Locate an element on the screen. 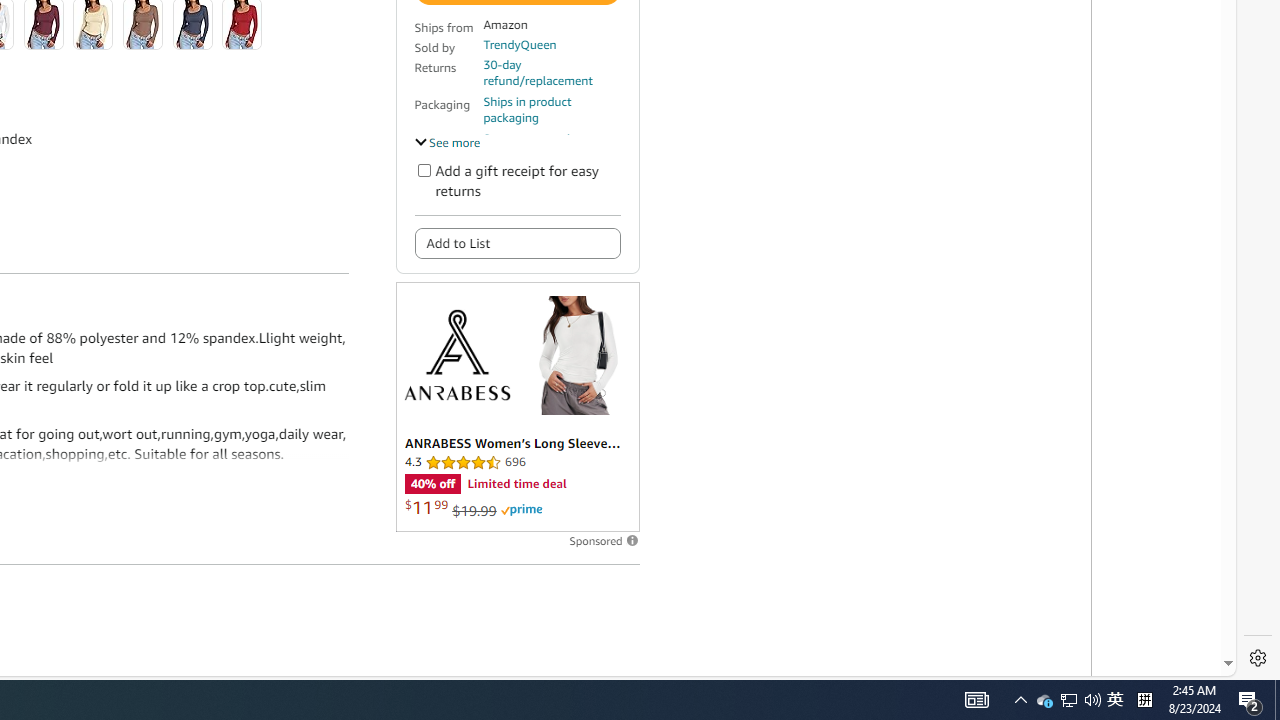 The width and height of the screenshot is (1280, 720). 'Sponsored ad' is located at coordinates (517, 406).